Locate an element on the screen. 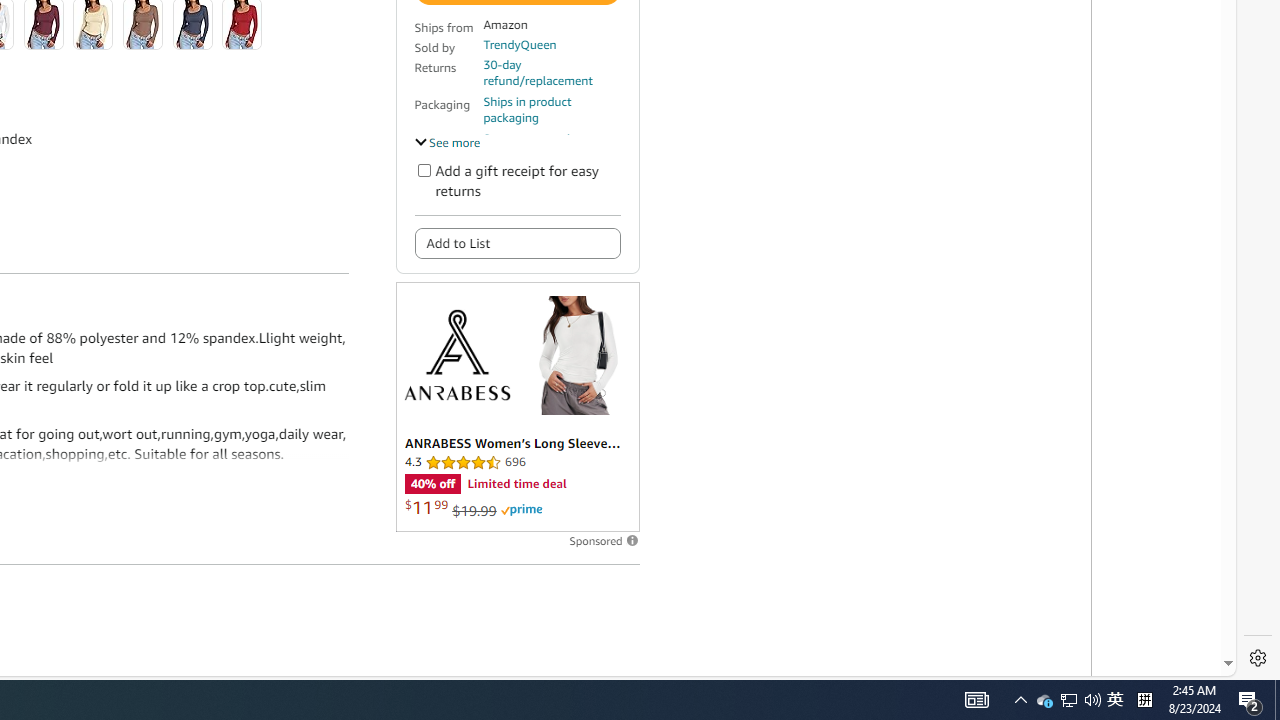 The width and height of the screenshot is (1280, 720). 'Sponsored ad' is located at coordinates (517, 406).